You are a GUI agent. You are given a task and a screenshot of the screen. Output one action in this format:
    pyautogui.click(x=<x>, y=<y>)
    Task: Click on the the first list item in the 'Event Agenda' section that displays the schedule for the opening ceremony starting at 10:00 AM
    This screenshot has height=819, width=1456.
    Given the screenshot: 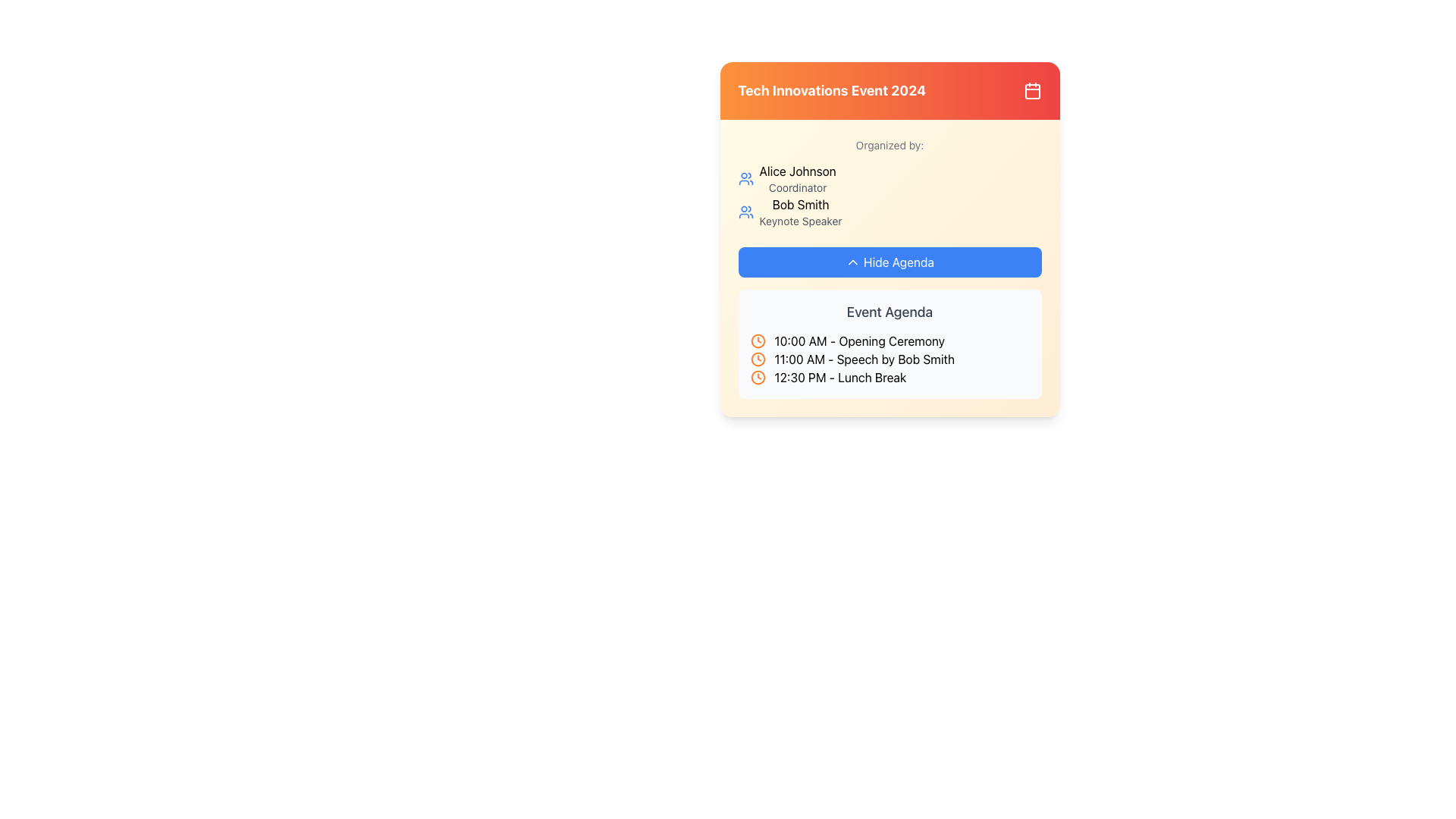 What is the action you would take?
    pyautogui.click(x=890, y=341)
    